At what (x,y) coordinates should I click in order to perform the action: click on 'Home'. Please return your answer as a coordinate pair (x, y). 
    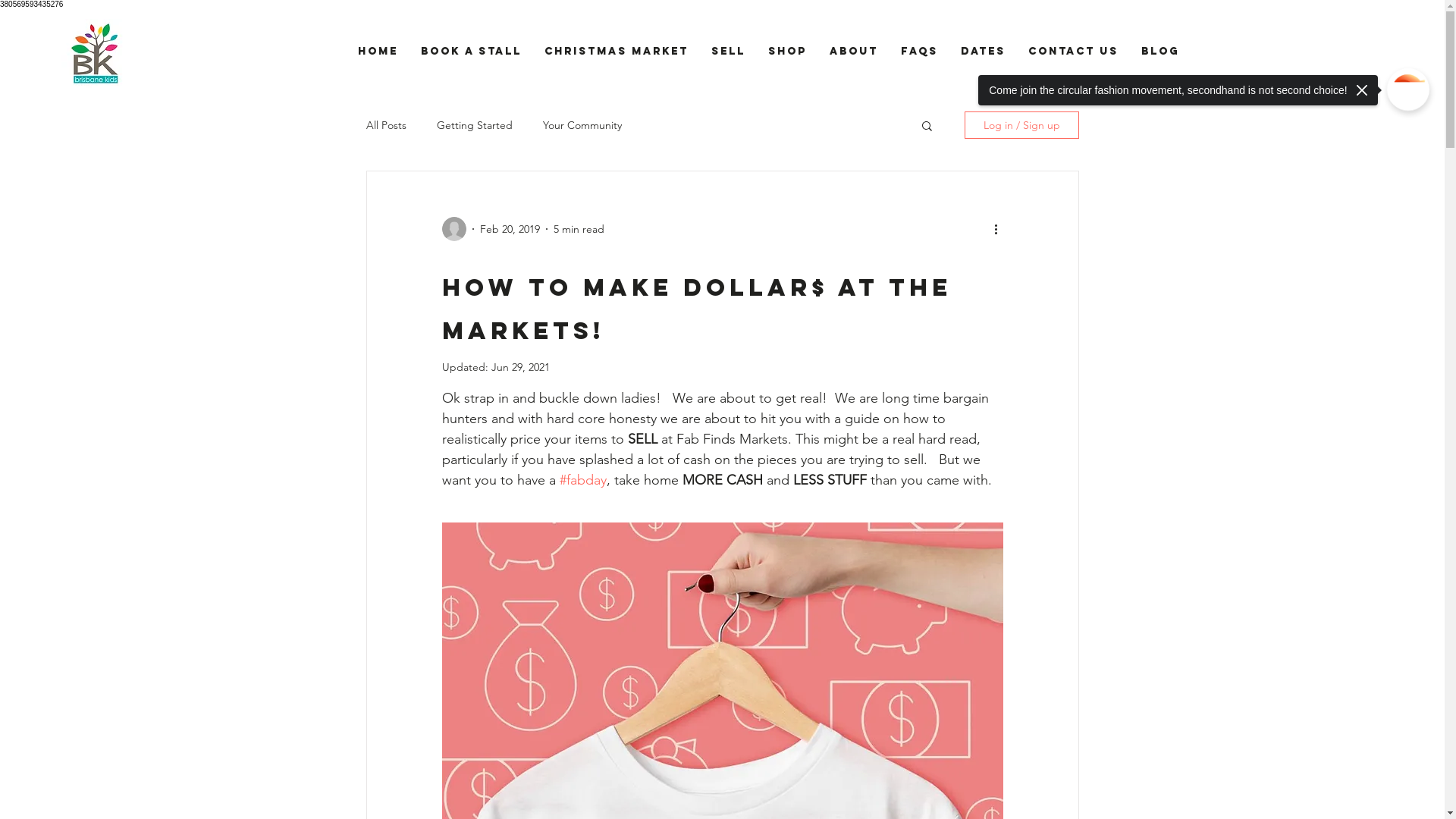
    Looking at the image, I should click on (377, 51).